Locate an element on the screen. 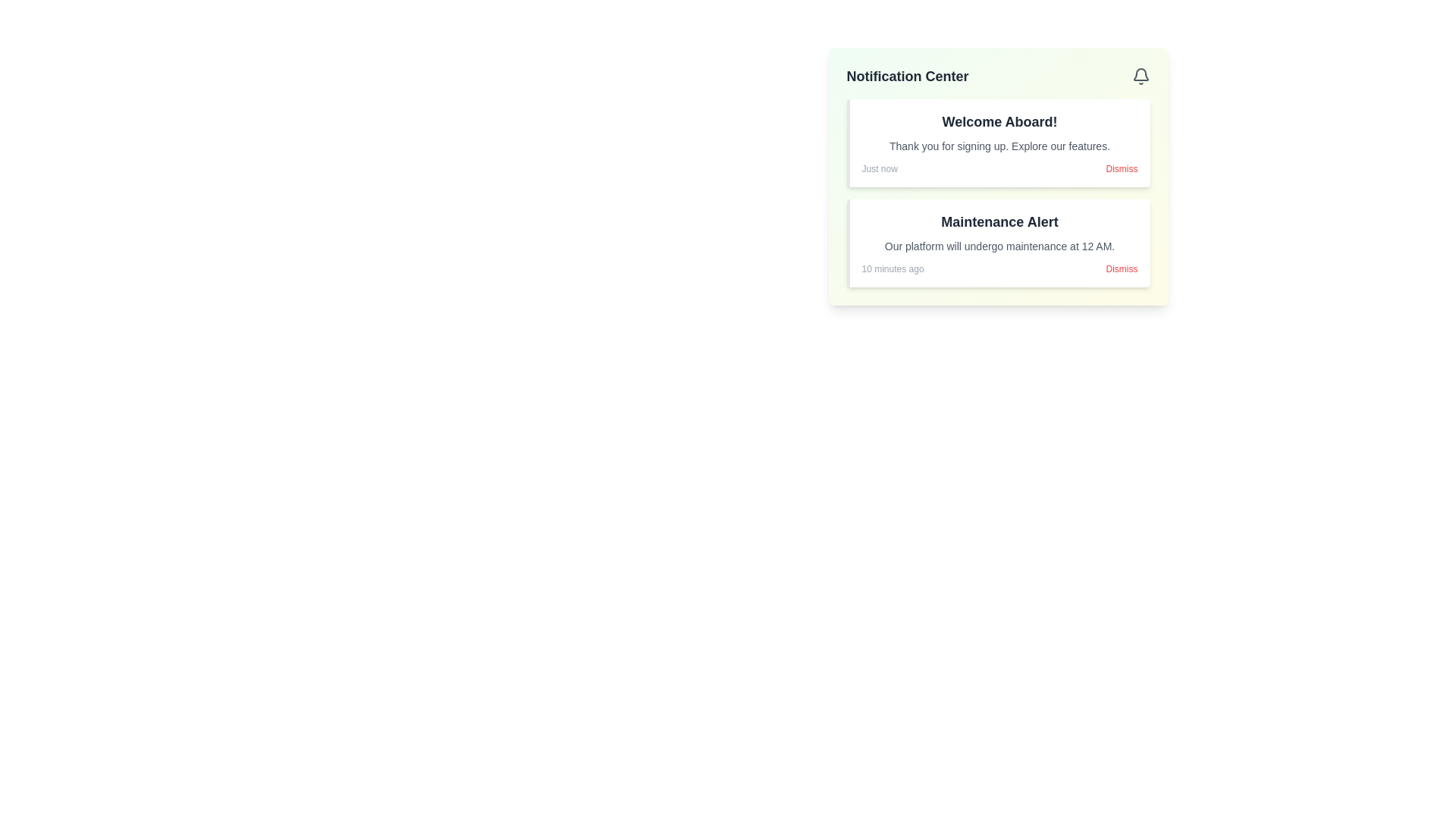 This screenshot has height=819, width=1456. the label displaying '10 minutes ago' which is styled in gray font and positioned to the left of the 'Dismiss' link within the second notification card in the 'Notification Center' is located at coordinates (893, 268).